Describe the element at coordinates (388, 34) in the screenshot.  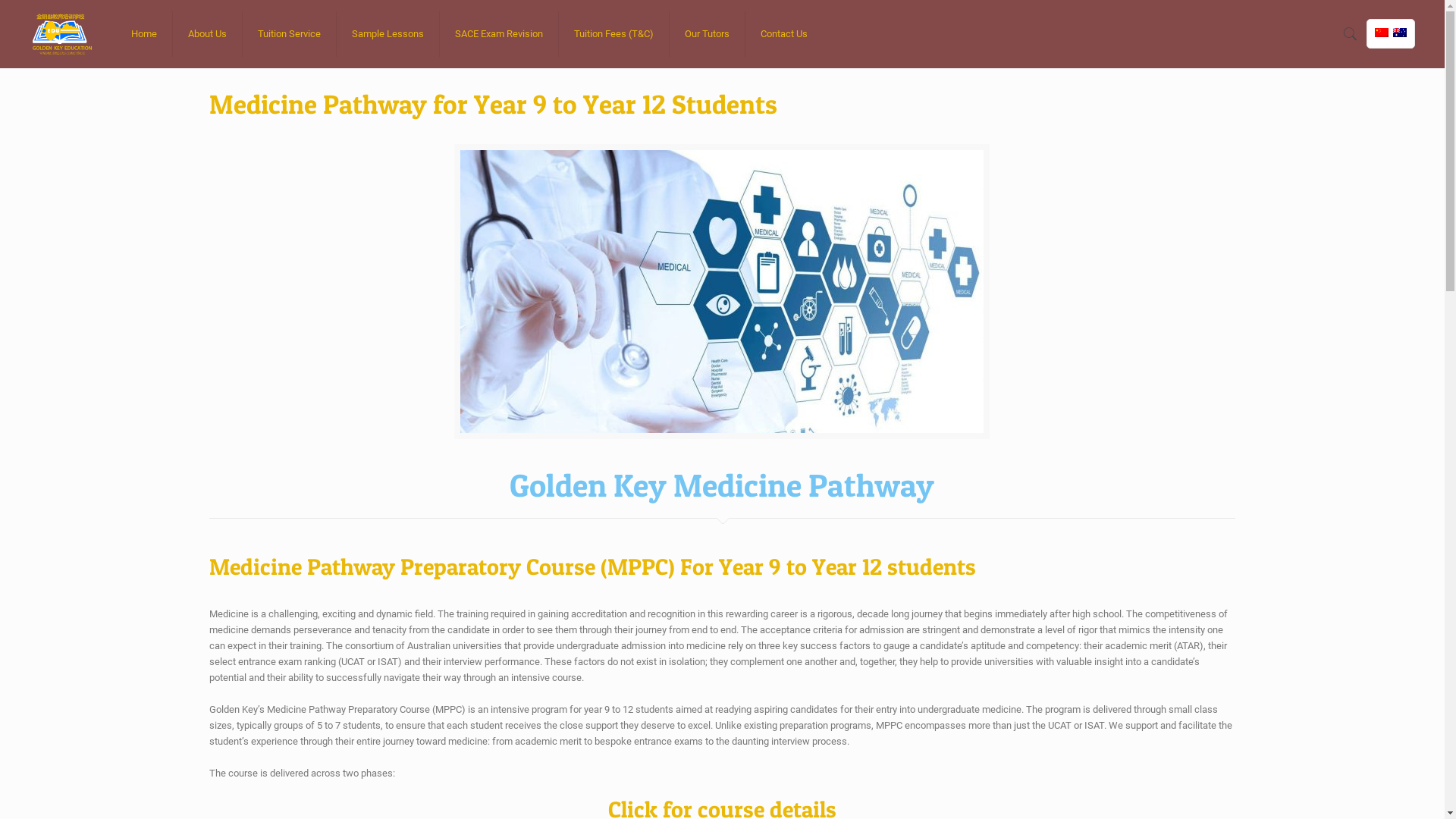
I see `'Sample Lessons'` at that location.